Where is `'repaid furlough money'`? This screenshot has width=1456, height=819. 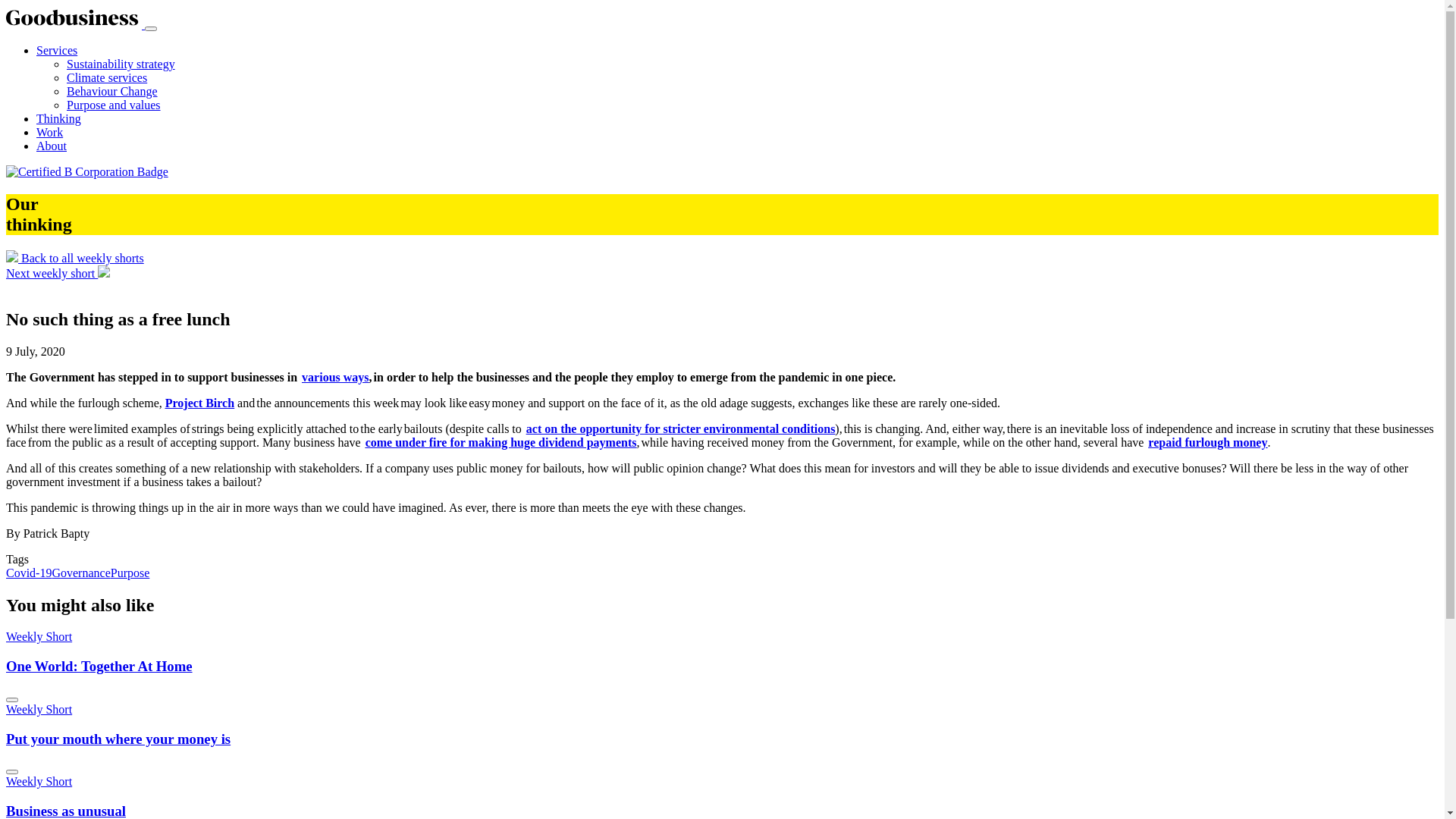
'repaid furlough money' is located at coordinates (1207, 442).